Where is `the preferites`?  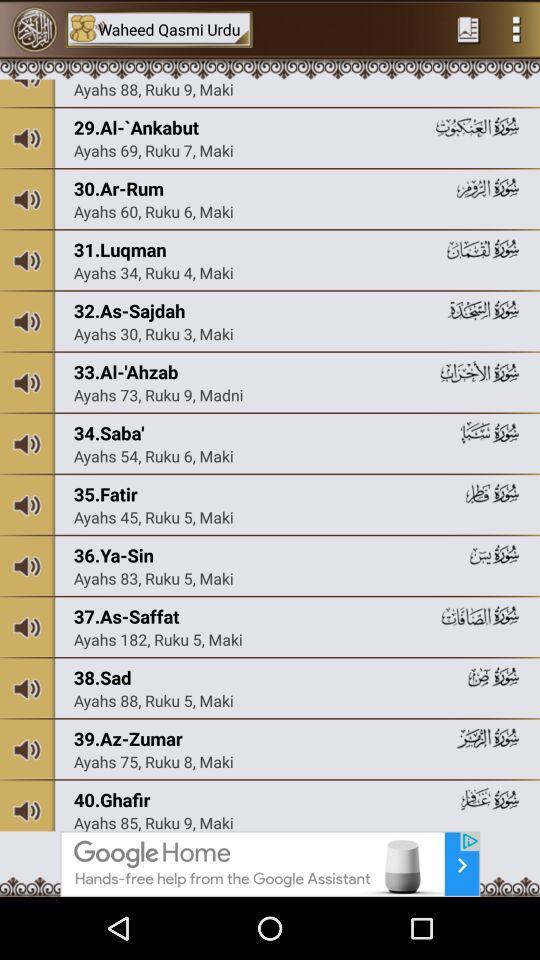 the preferites is located at coordinates (468, 28).